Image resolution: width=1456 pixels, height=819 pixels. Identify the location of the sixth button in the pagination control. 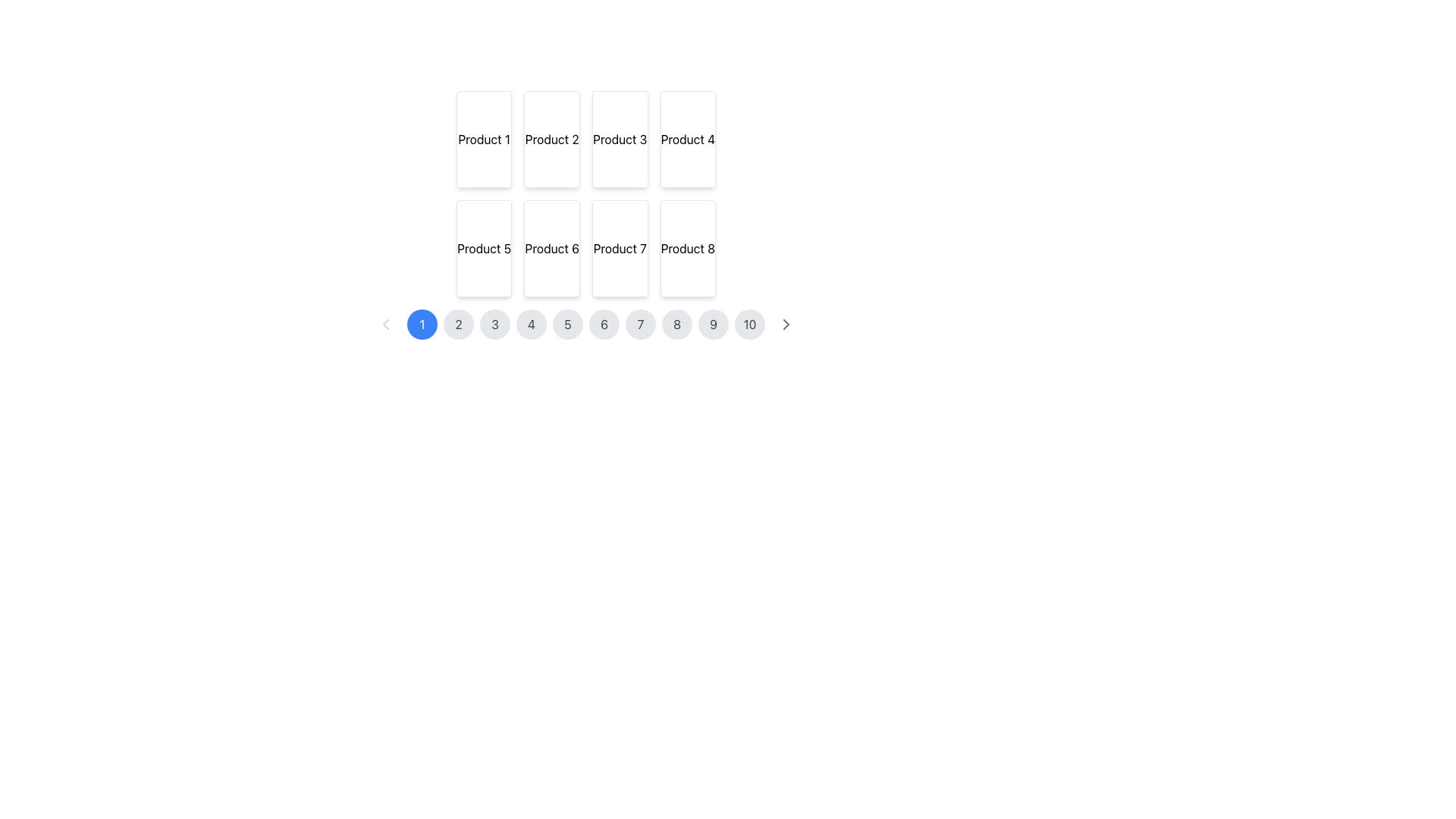
(603, 324).